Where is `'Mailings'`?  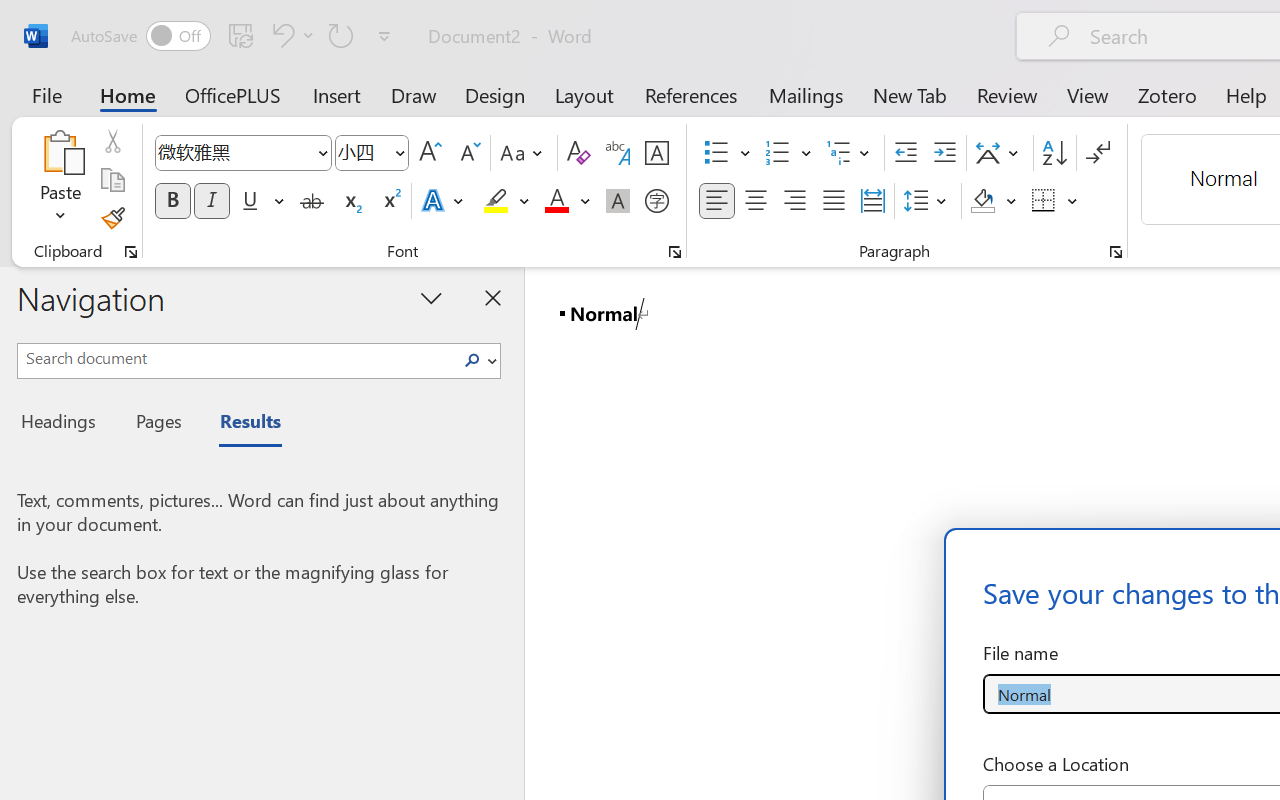 'Mailings' is located at coordinates (806, 94).